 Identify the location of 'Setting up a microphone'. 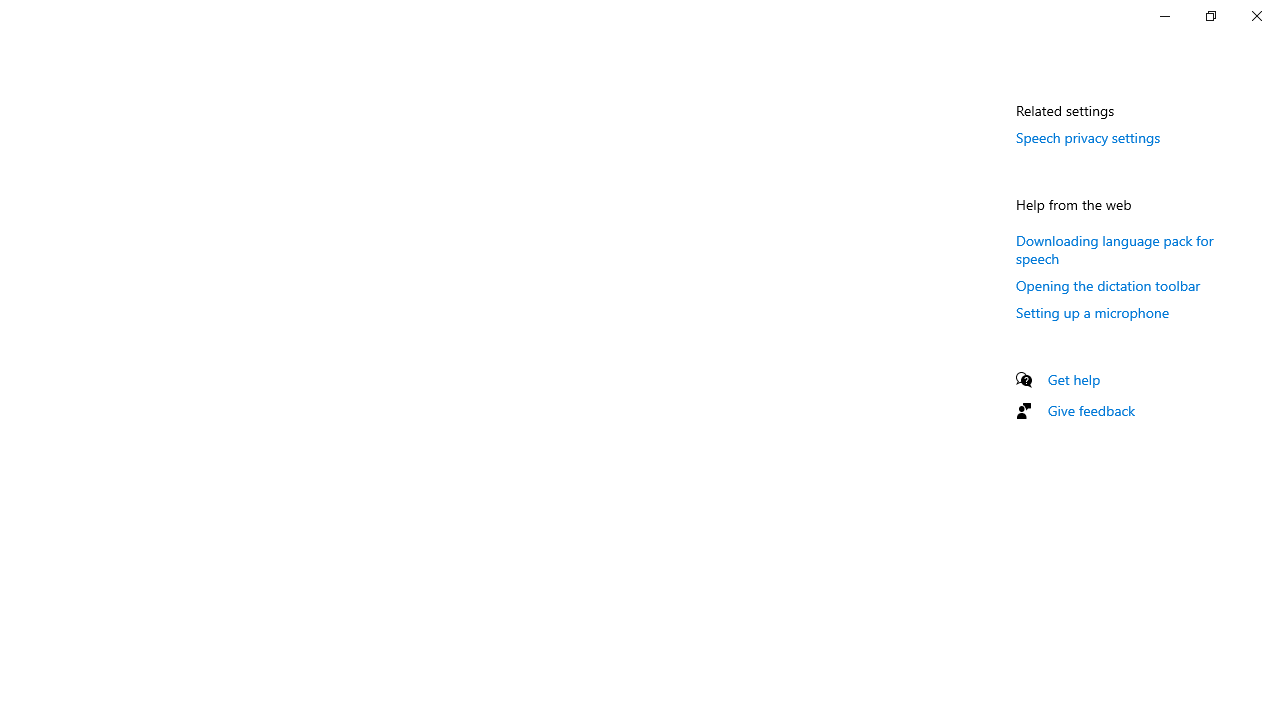
(1092, 312).